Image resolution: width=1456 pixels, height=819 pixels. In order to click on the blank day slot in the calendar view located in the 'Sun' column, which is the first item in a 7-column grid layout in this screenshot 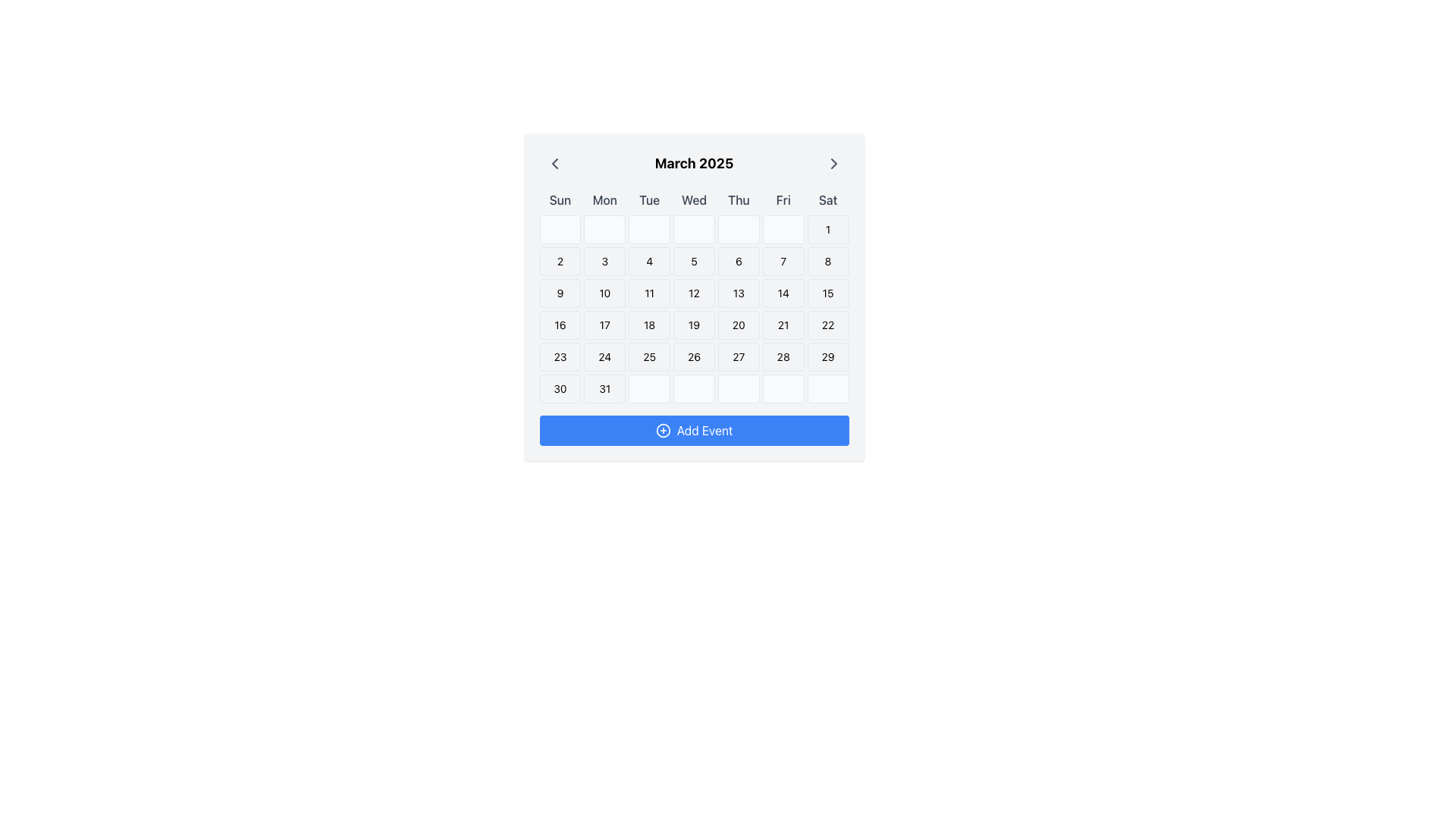, I will do `click(560, 230)`.